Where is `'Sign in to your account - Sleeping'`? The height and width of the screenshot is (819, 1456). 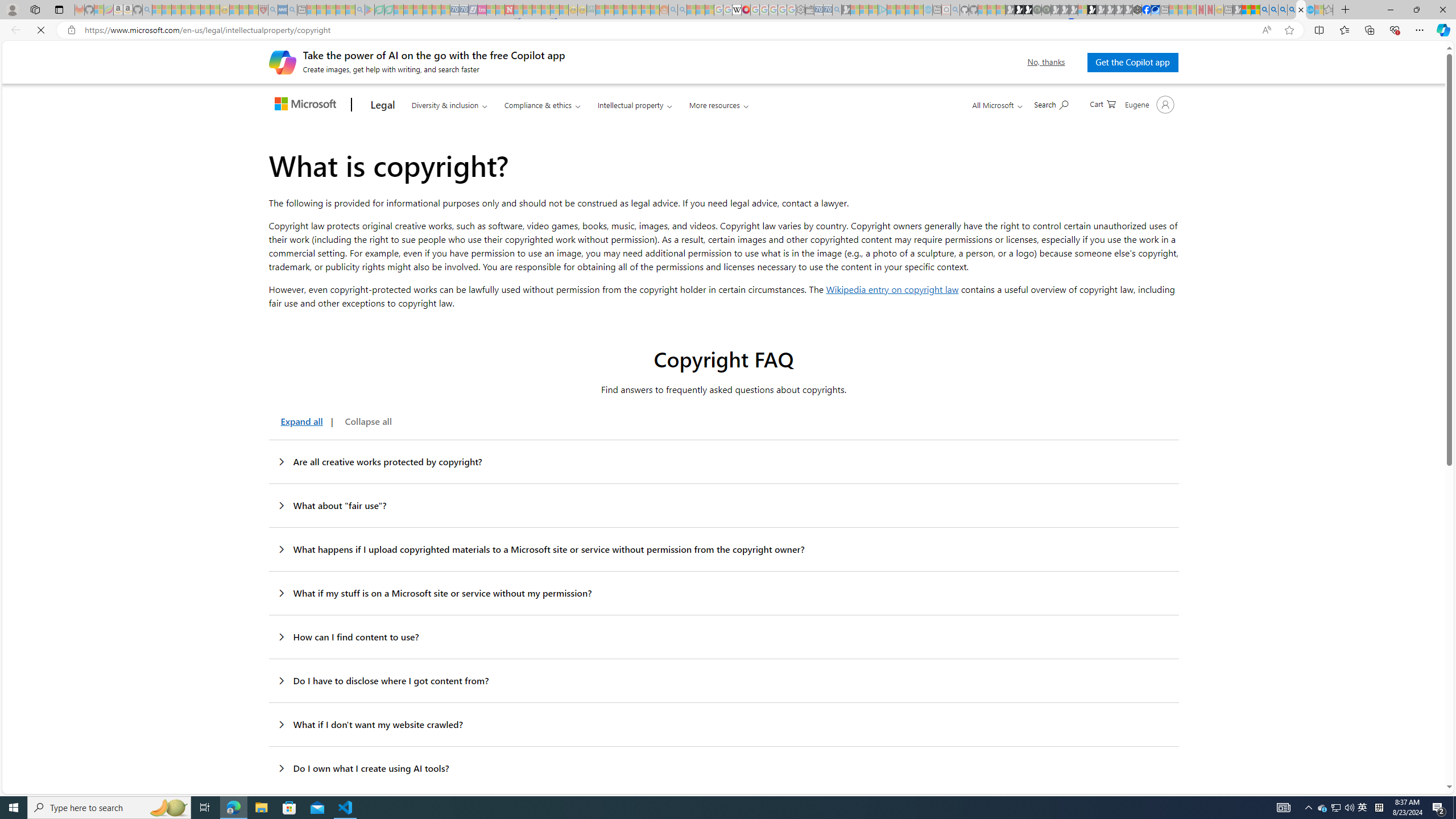
'Sign in to your account - Sleeping' is located at coordinates (1082, 9).